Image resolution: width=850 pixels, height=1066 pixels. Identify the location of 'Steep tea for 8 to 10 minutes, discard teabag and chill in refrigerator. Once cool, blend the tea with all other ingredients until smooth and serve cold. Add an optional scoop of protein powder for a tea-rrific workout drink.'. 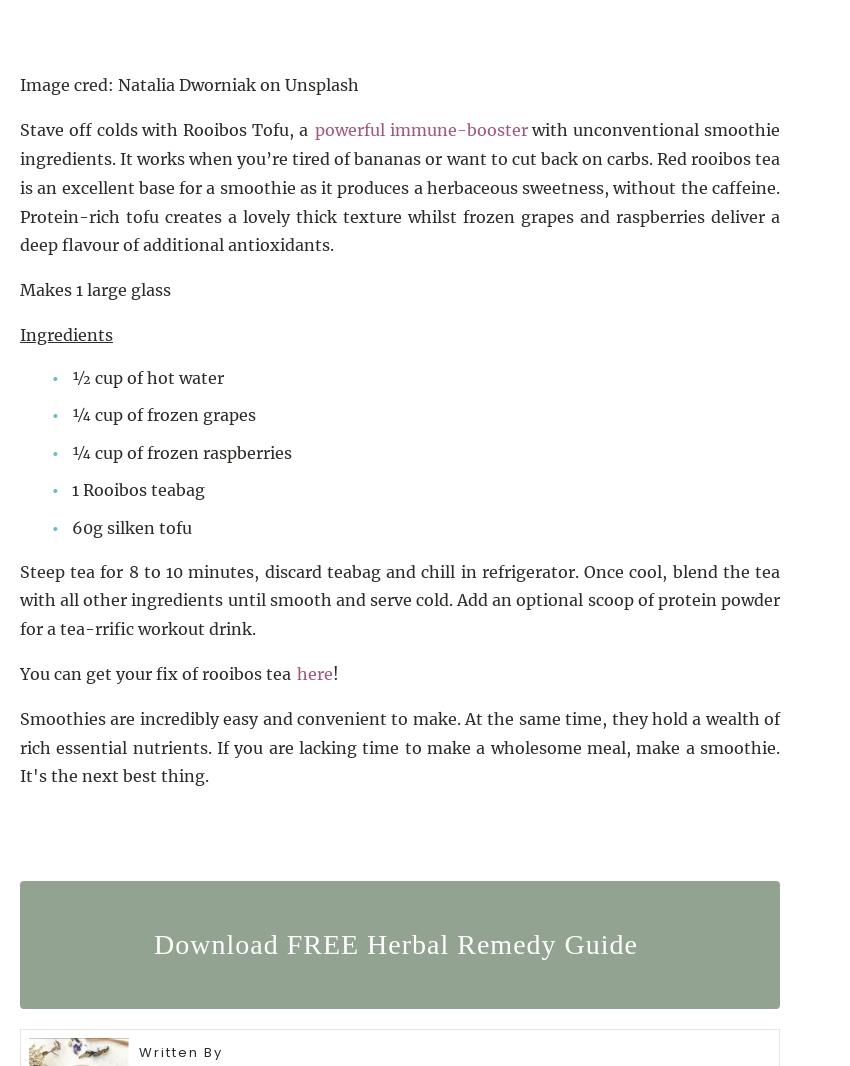
(400, 599).